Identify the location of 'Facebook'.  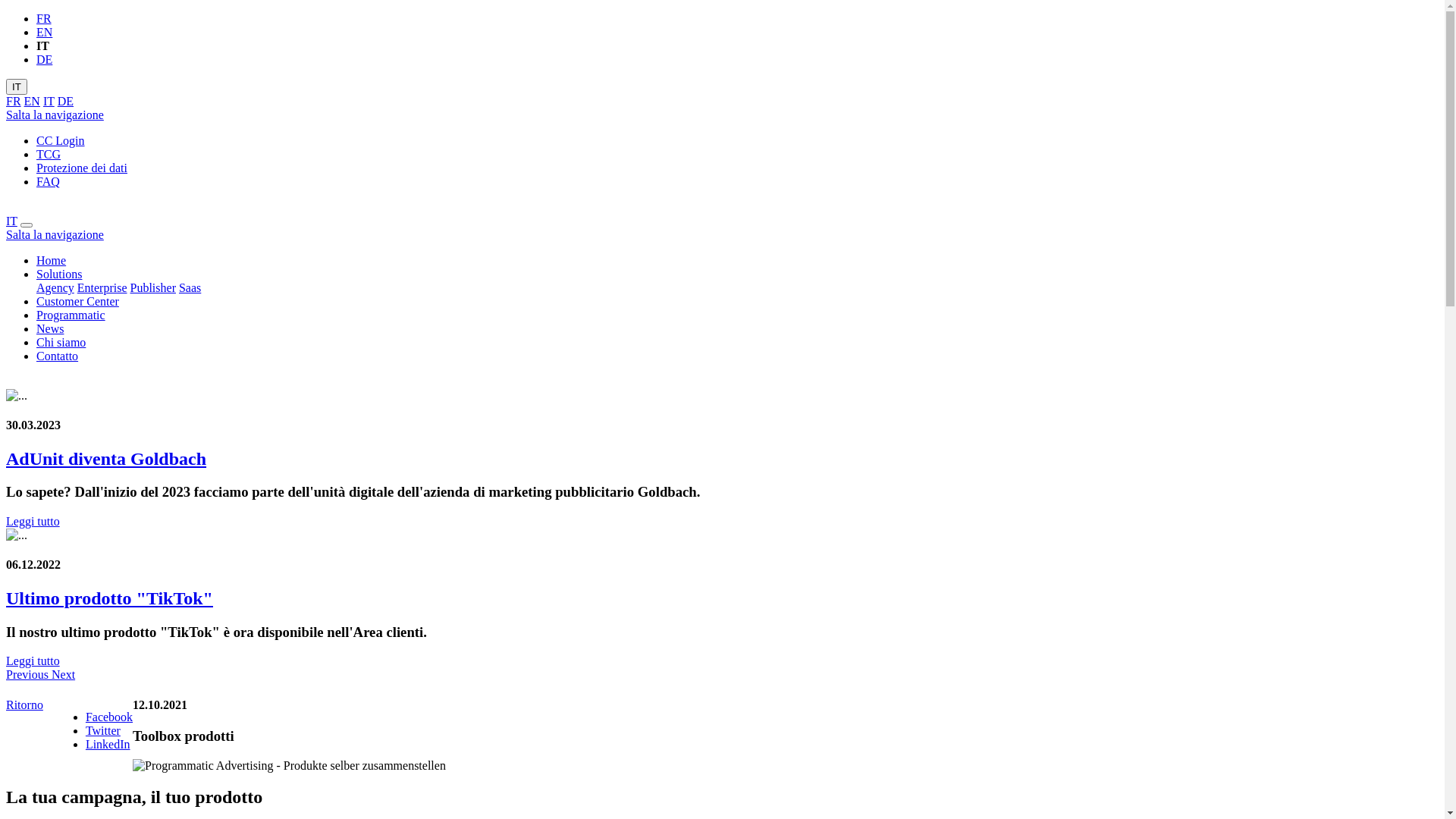
(108, 717).